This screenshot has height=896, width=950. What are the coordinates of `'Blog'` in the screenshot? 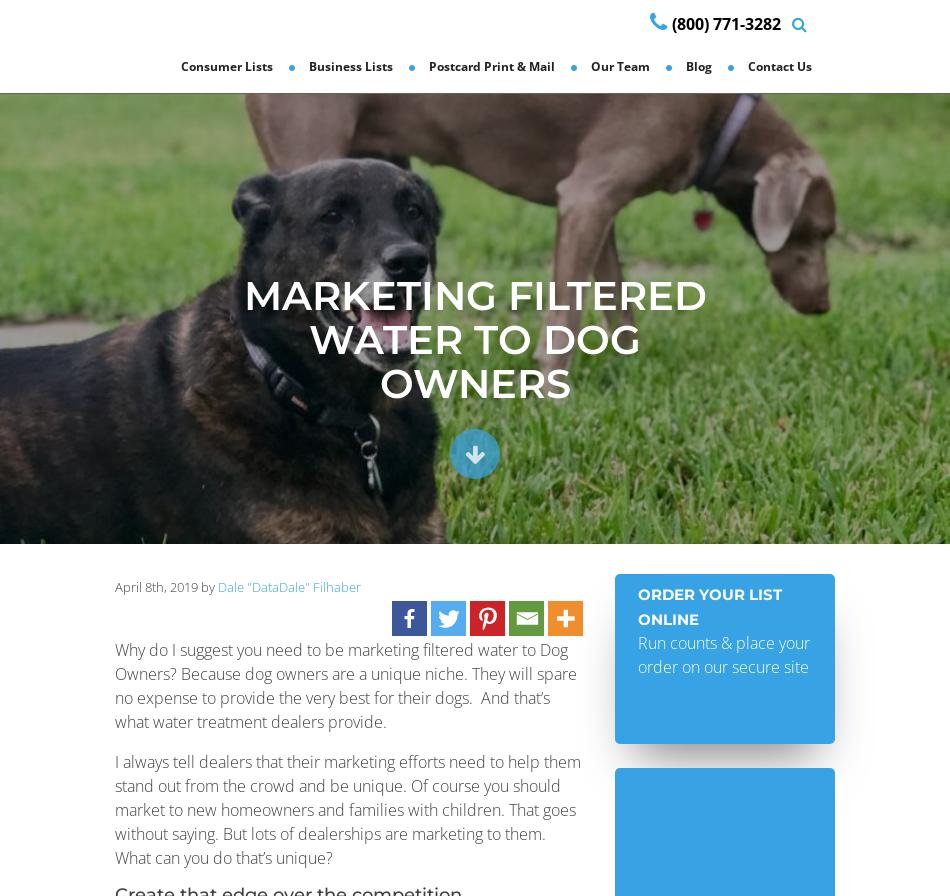 It's located at (699, 66).